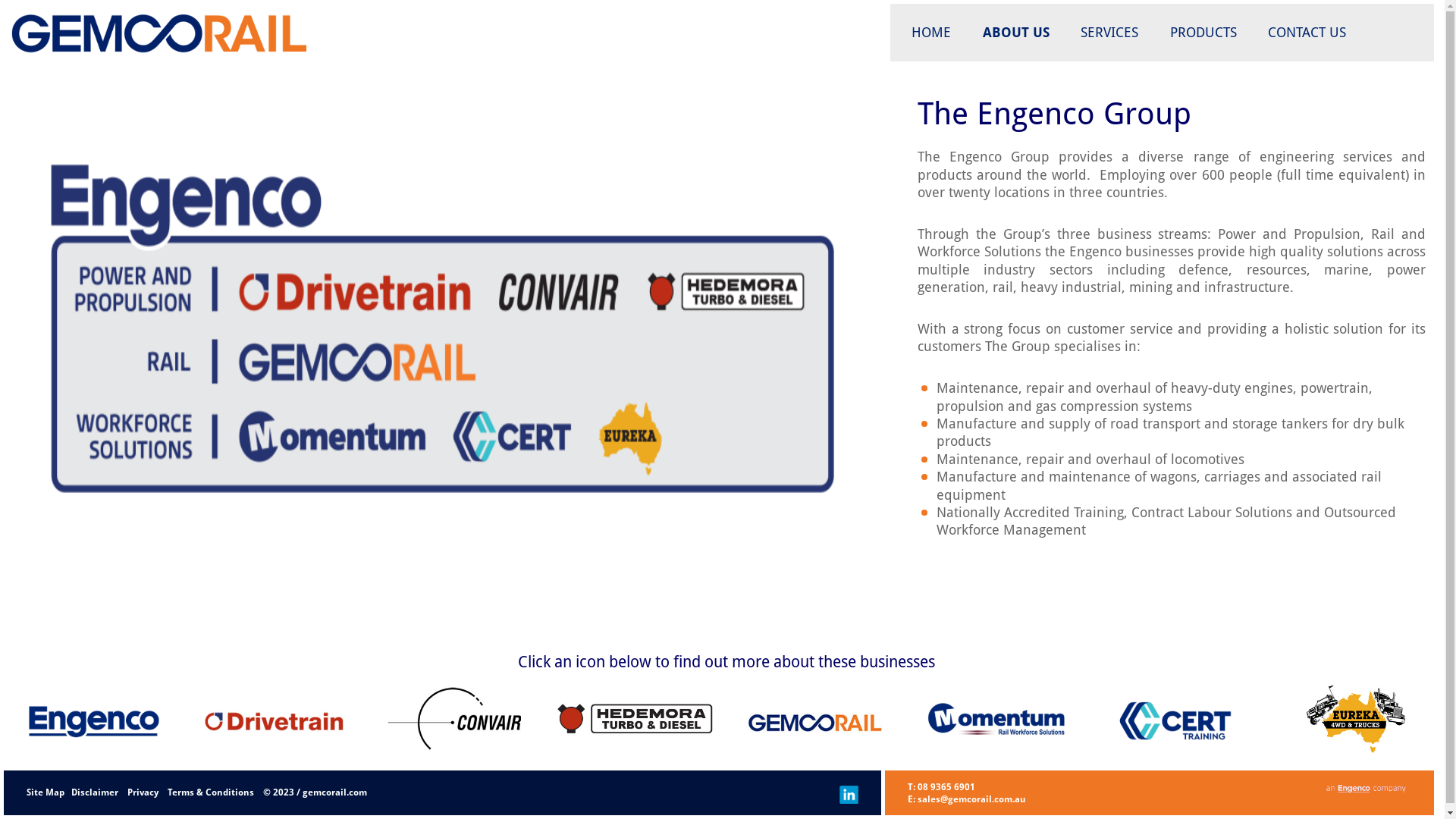 The height and width of the screenshot is (819, 1456). I want to click on 'CONTACT US', so click(1258, 32).